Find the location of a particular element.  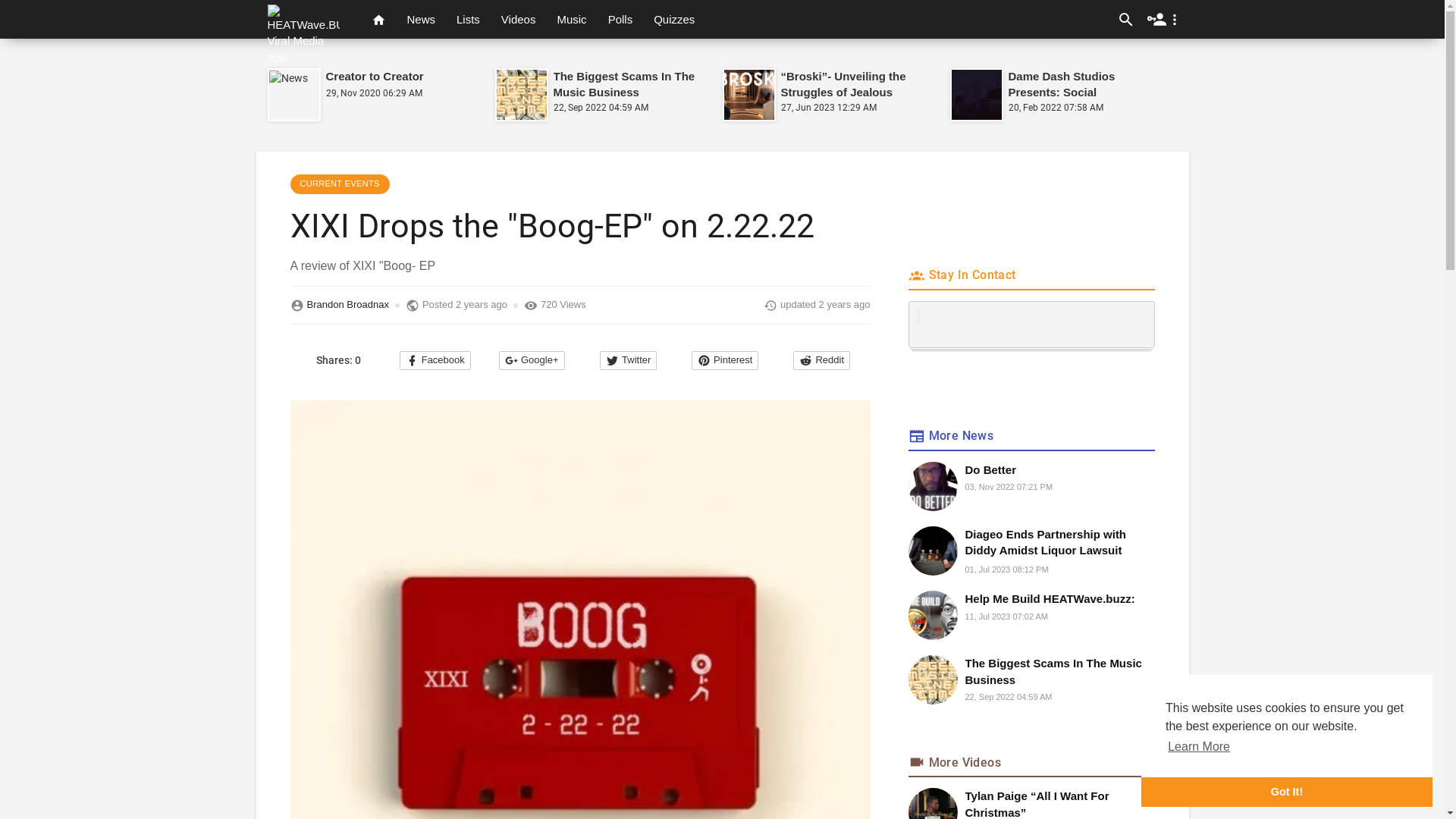

'Reddit' is located at coordinates (821, 360).